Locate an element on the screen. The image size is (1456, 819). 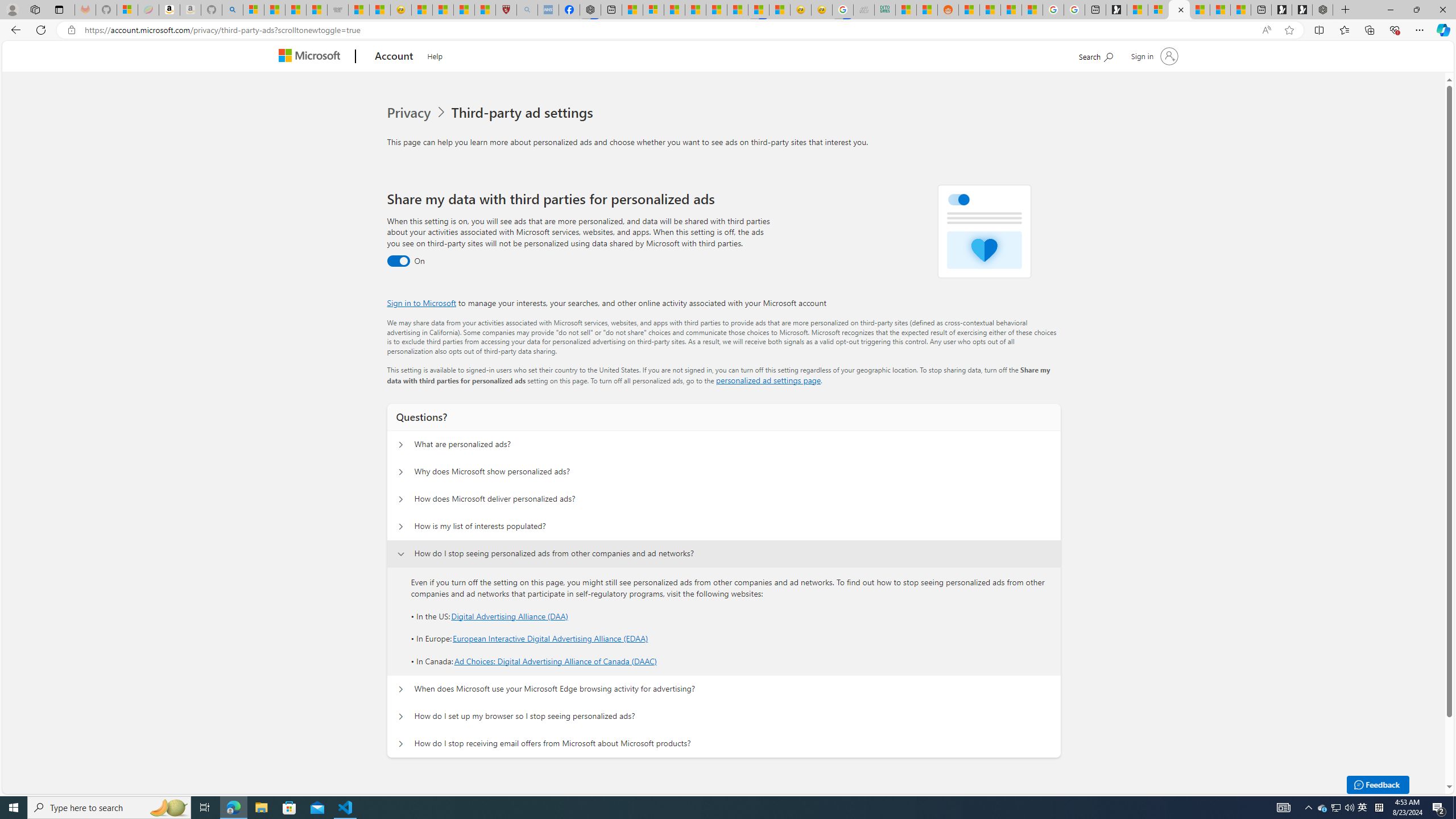
'personalized ad settings page' is located at coordinates (767, 379).